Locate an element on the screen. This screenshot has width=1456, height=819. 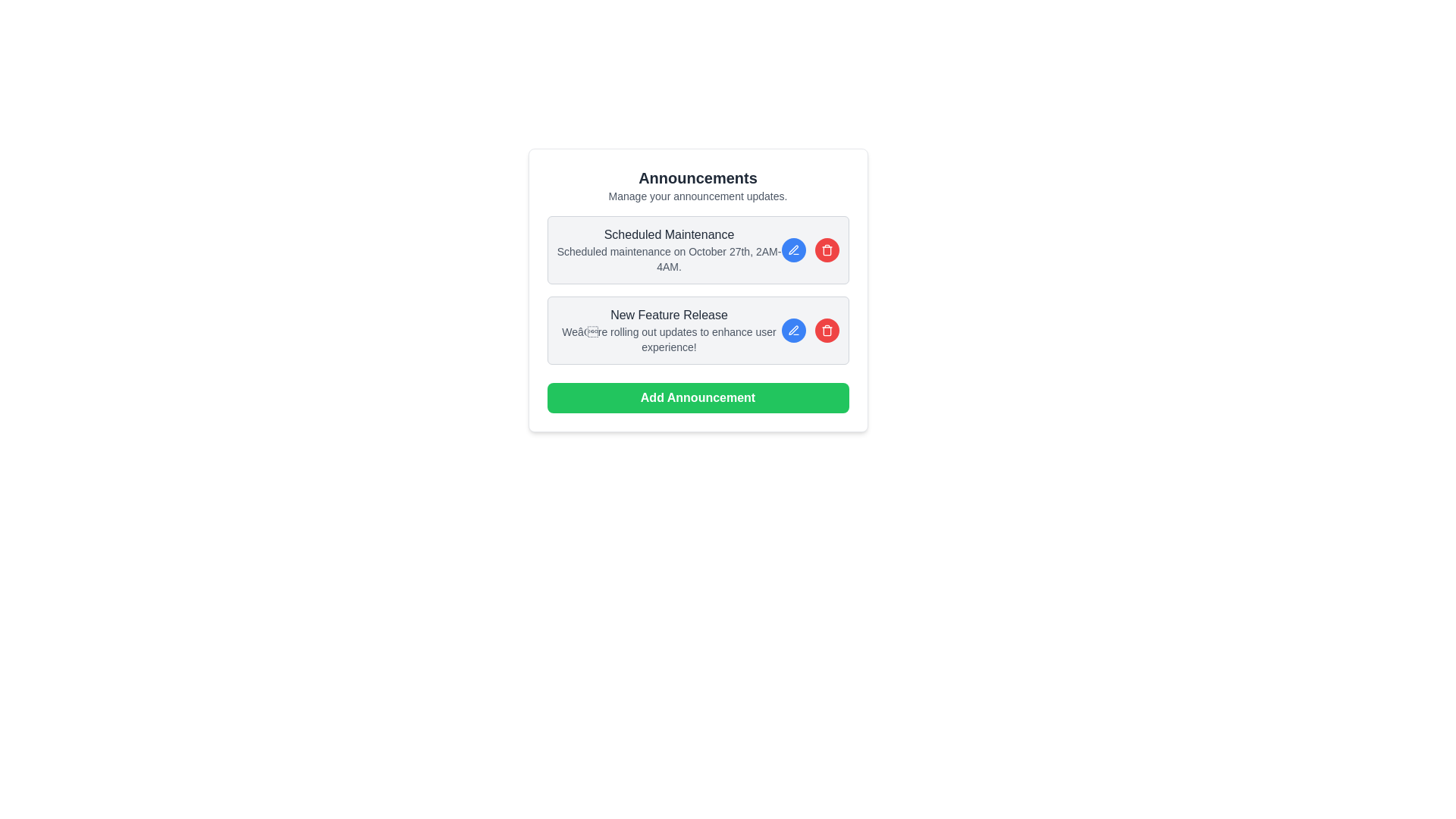
the edit action icon located inside the interactive button on the right side of the 'Scheduled Maintenance' announcement section for accessibility navigation is located at coordinates (792, 249).